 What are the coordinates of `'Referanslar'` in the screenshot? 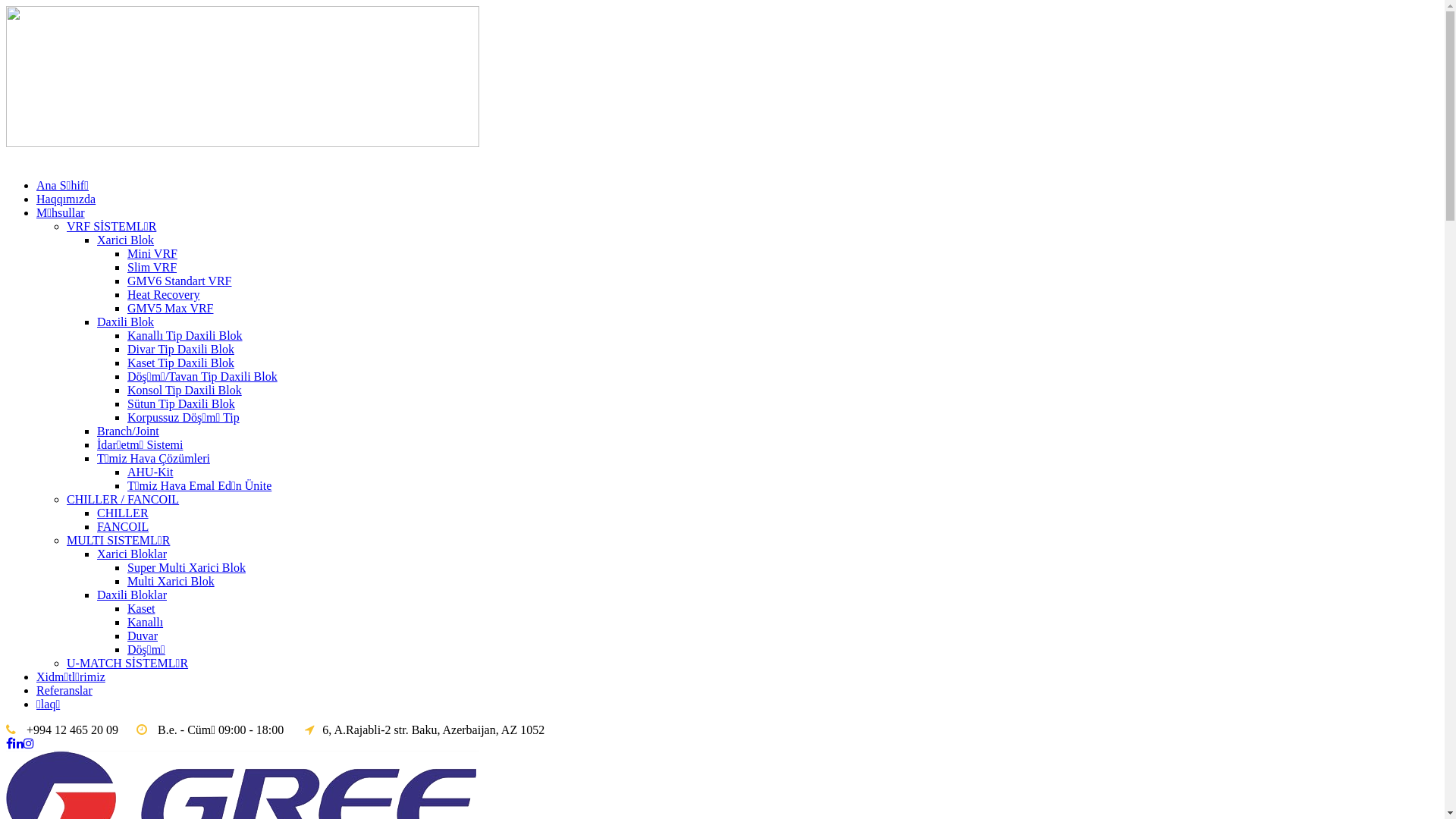 It's located at (64, 690).